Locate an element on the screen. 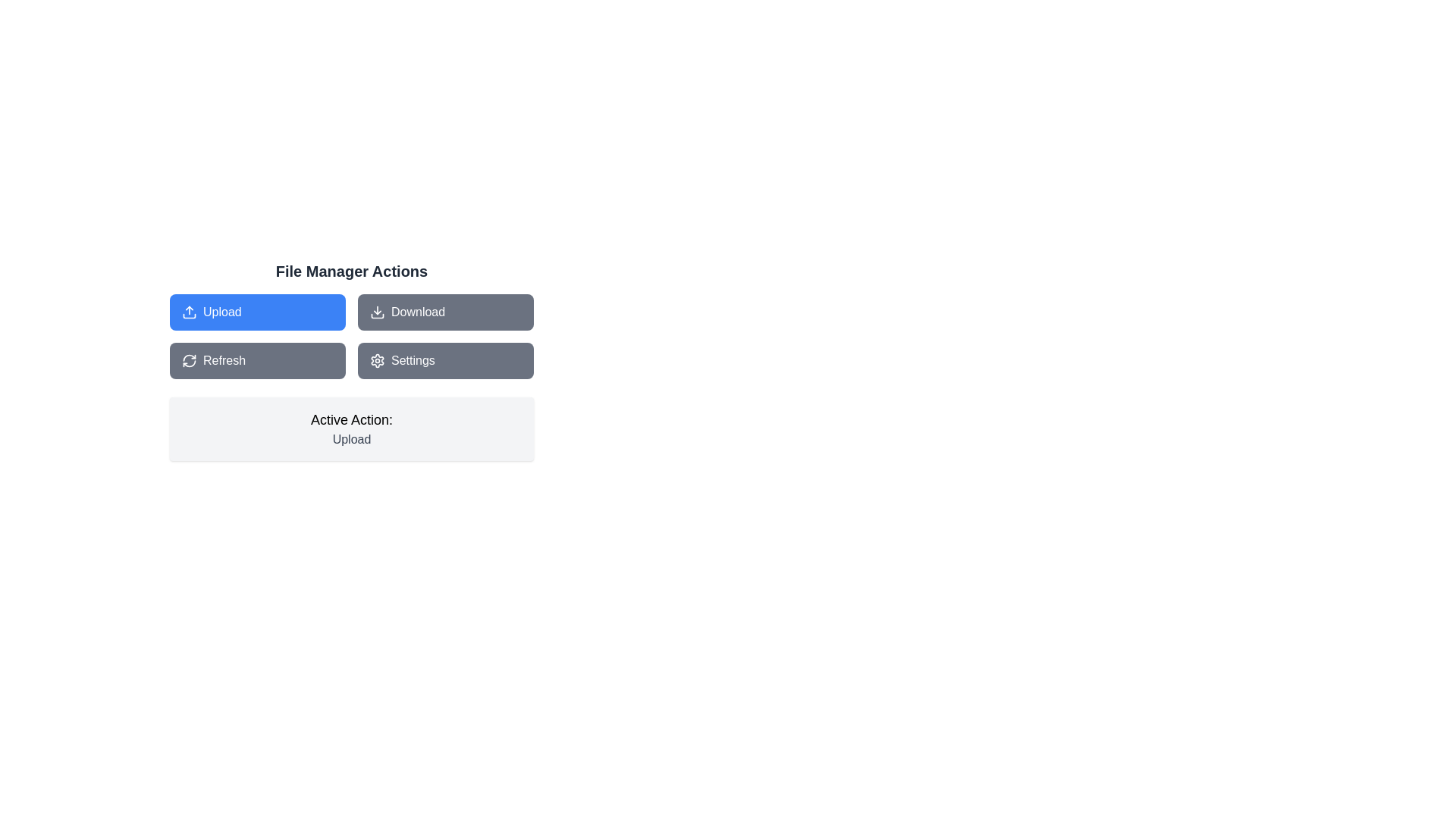  the 'Refresh' button within the file management composite component that includes a header, action buttons, and a status display is located at coordinates (351, 360).